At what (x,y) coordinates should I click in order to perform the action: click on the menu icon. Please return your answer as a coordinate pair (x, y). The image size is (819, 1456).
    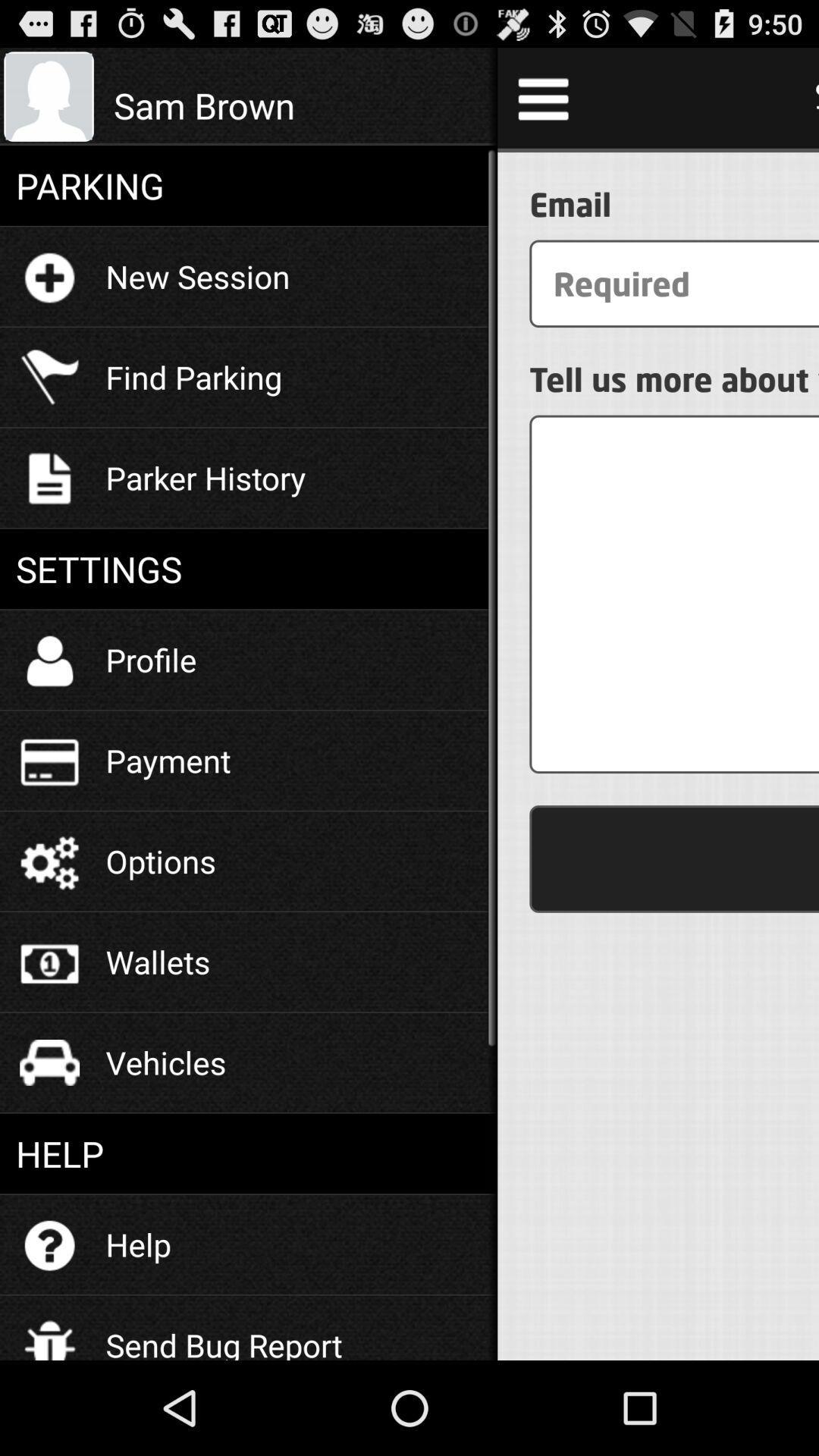
    Looking at the image, I should click on (542, 104).